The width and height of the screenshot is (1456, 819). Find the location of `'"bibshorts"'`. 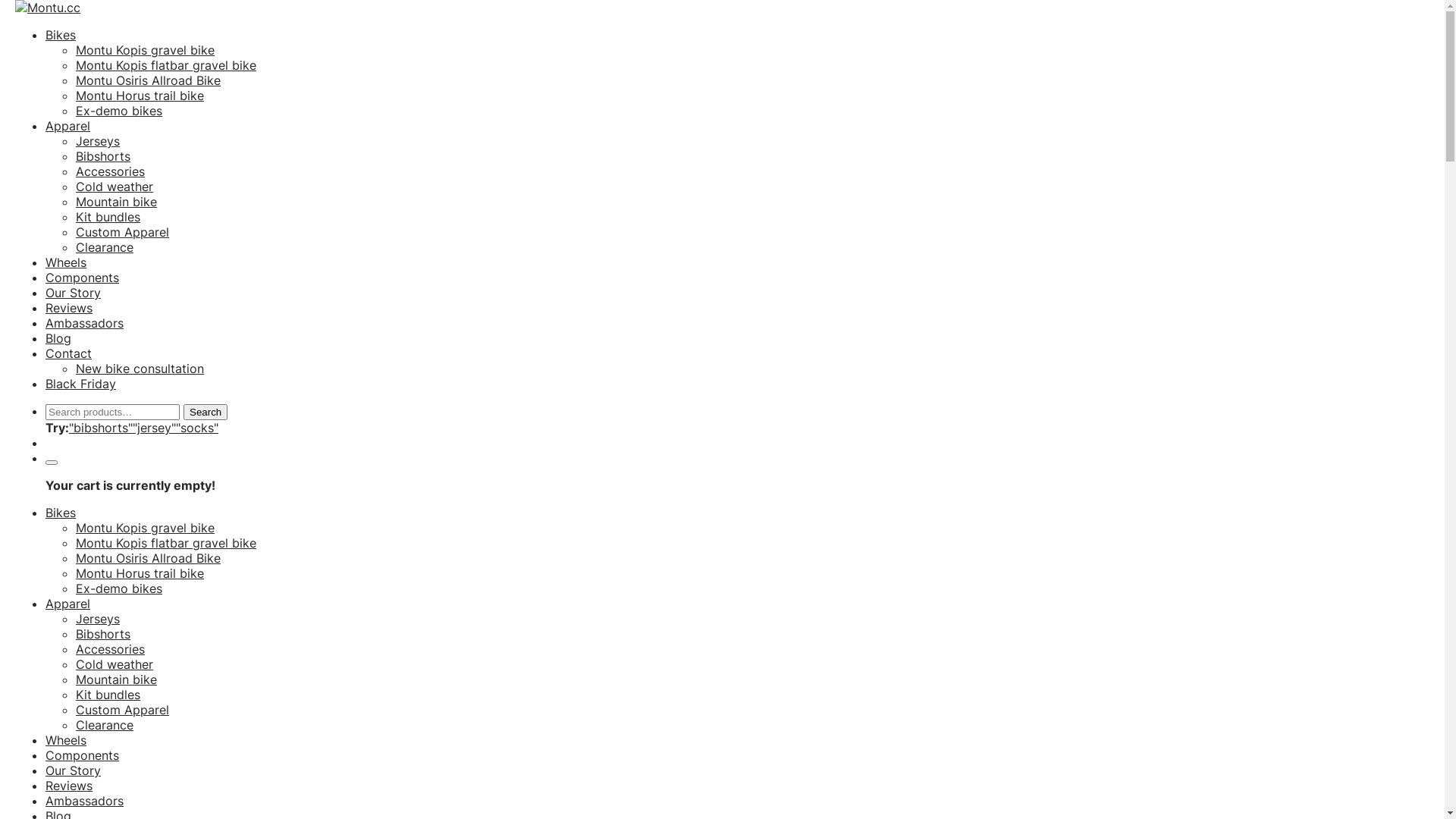

'"bibshorts"' is located at coordinates (100, 427).